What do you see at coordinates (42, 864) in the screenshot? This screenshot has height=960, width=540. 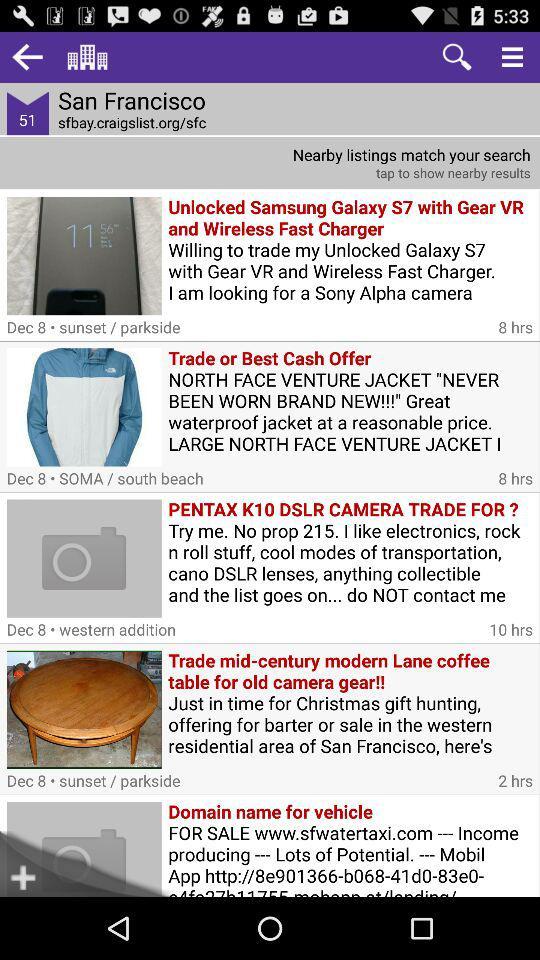 I see `the app next to the domain name for app` at bounding box center [42, 864].